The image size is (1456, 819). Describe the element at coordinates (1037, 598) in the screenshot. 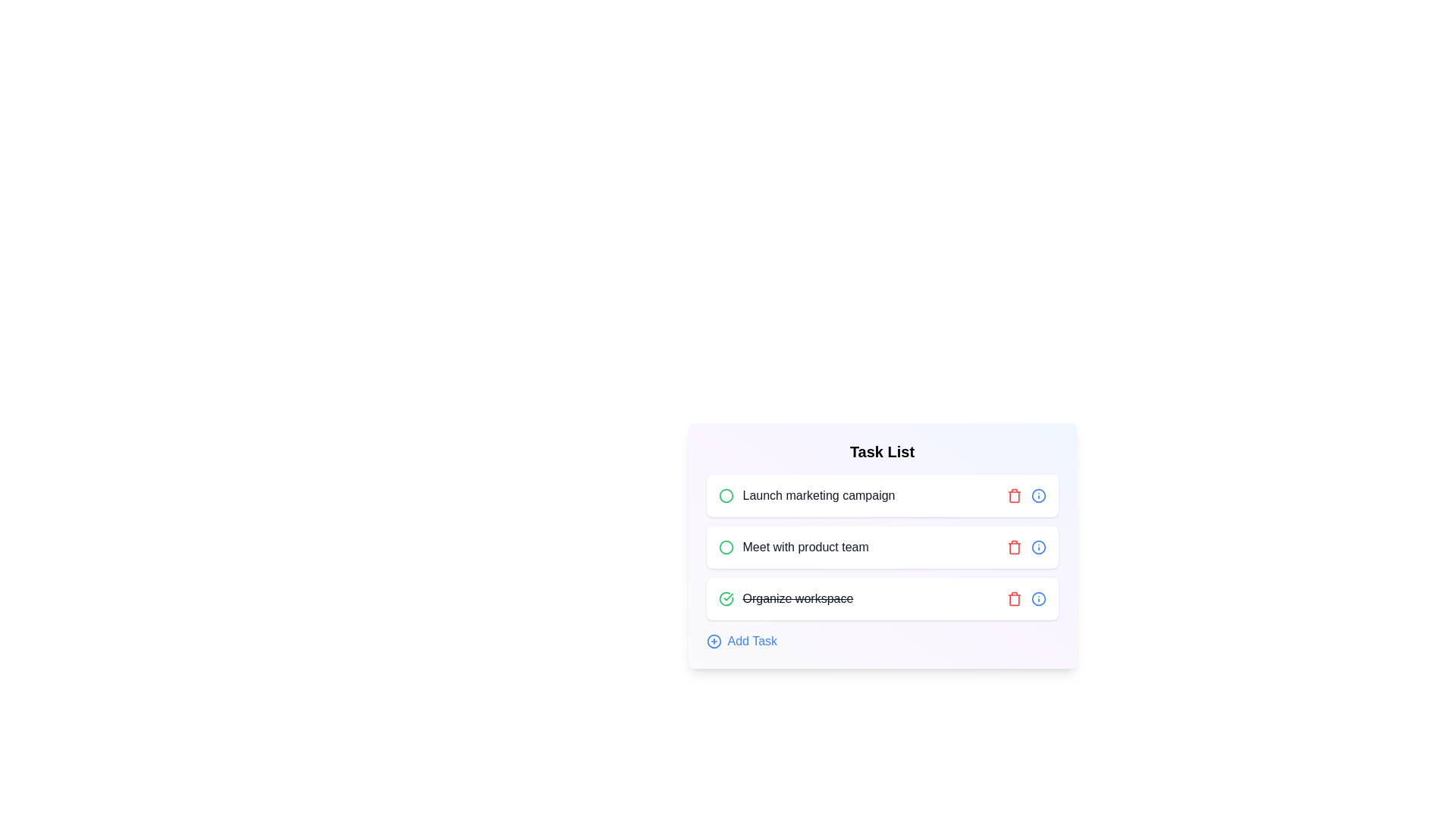

I see `the info button for the task named Organize workspace` at that location.